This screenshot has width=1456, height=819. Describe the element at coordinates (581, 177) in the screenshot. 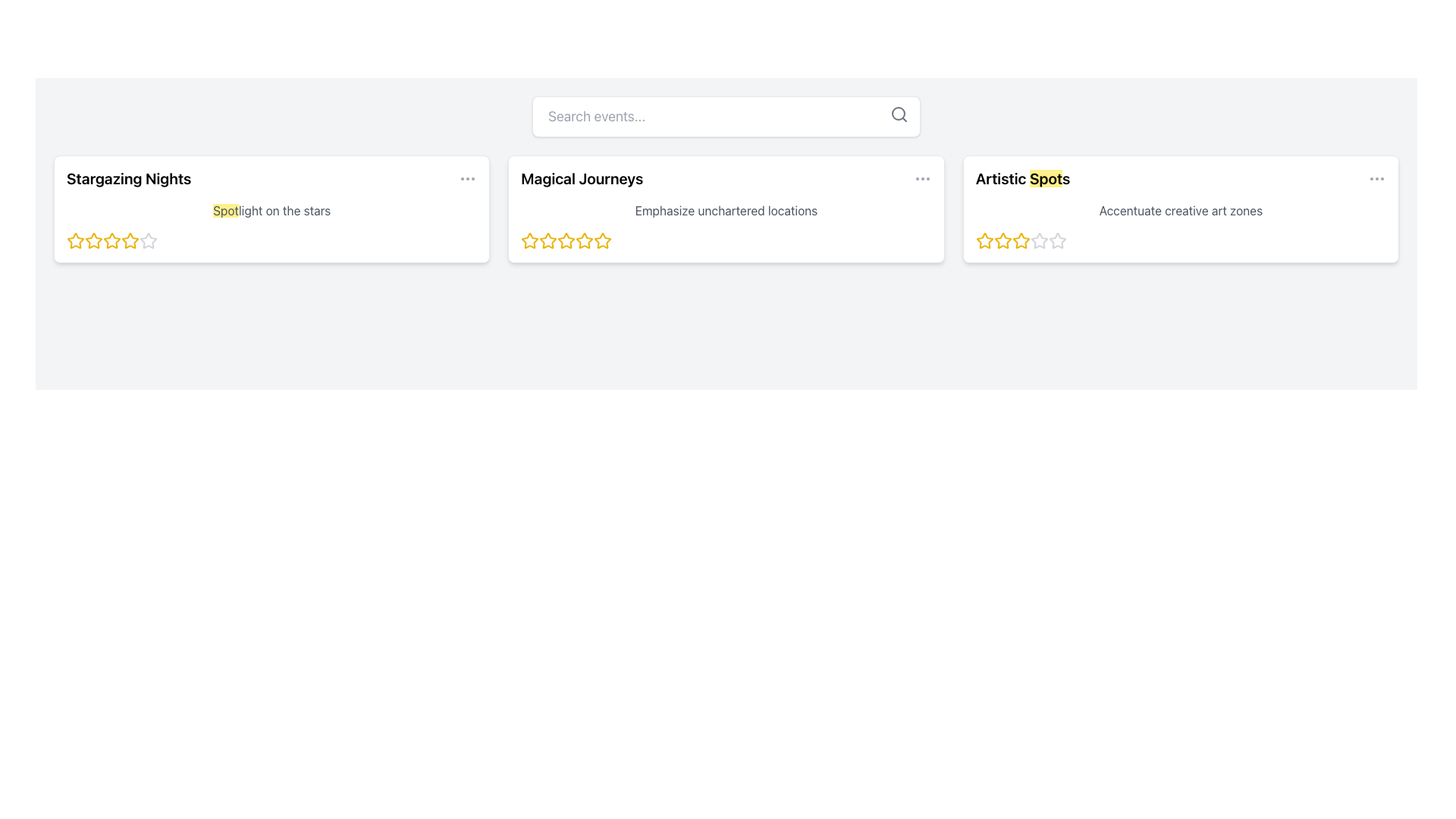

I see `the text label that reads 'Magical Journeys', which is located on the second card in a row of three cards, positioned at the upper part of its card context` at that location.